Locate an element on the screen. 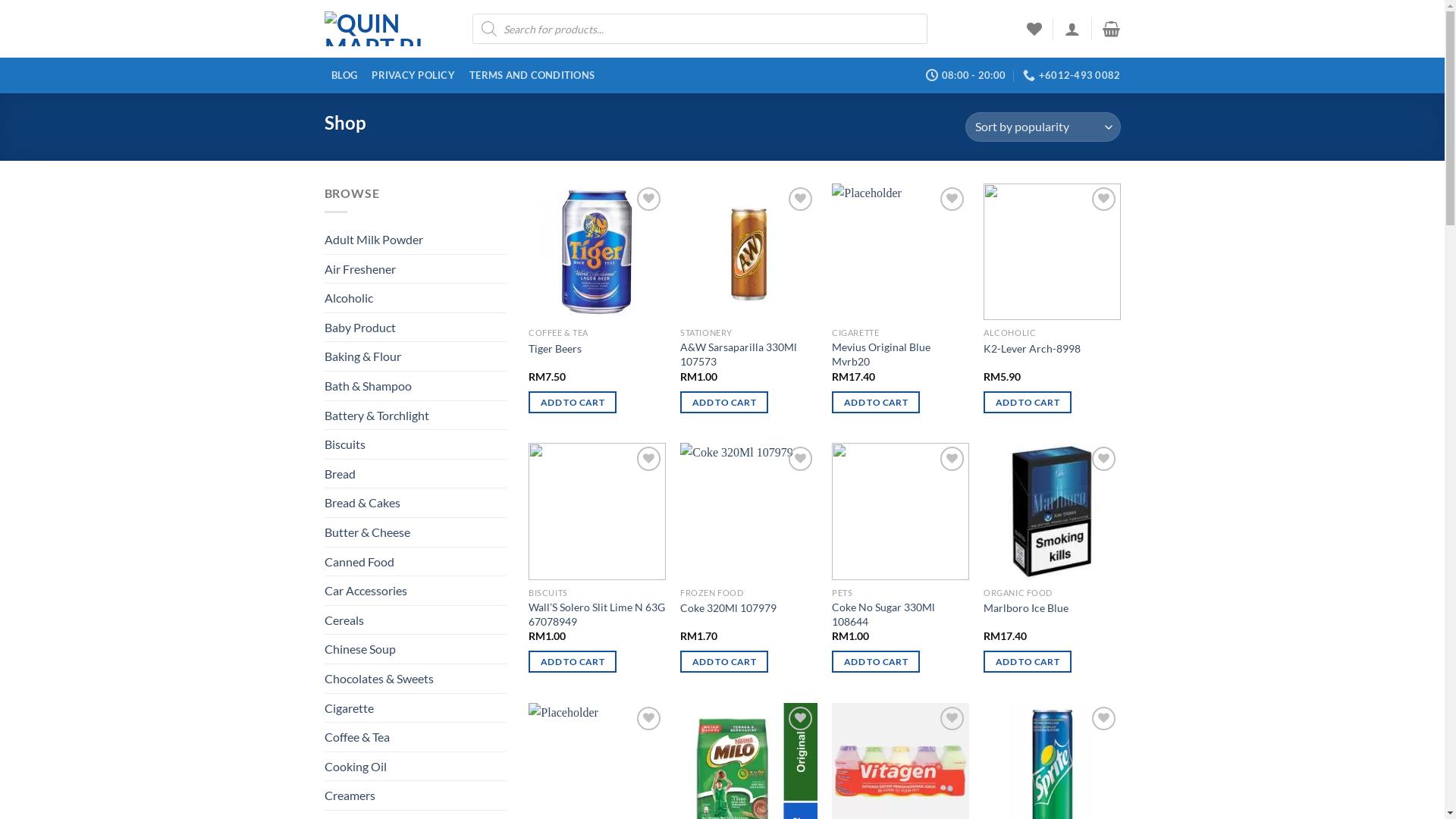 This screenshot has width=1456, height=819. 'BLOG' is located at coordinates (344, 75).